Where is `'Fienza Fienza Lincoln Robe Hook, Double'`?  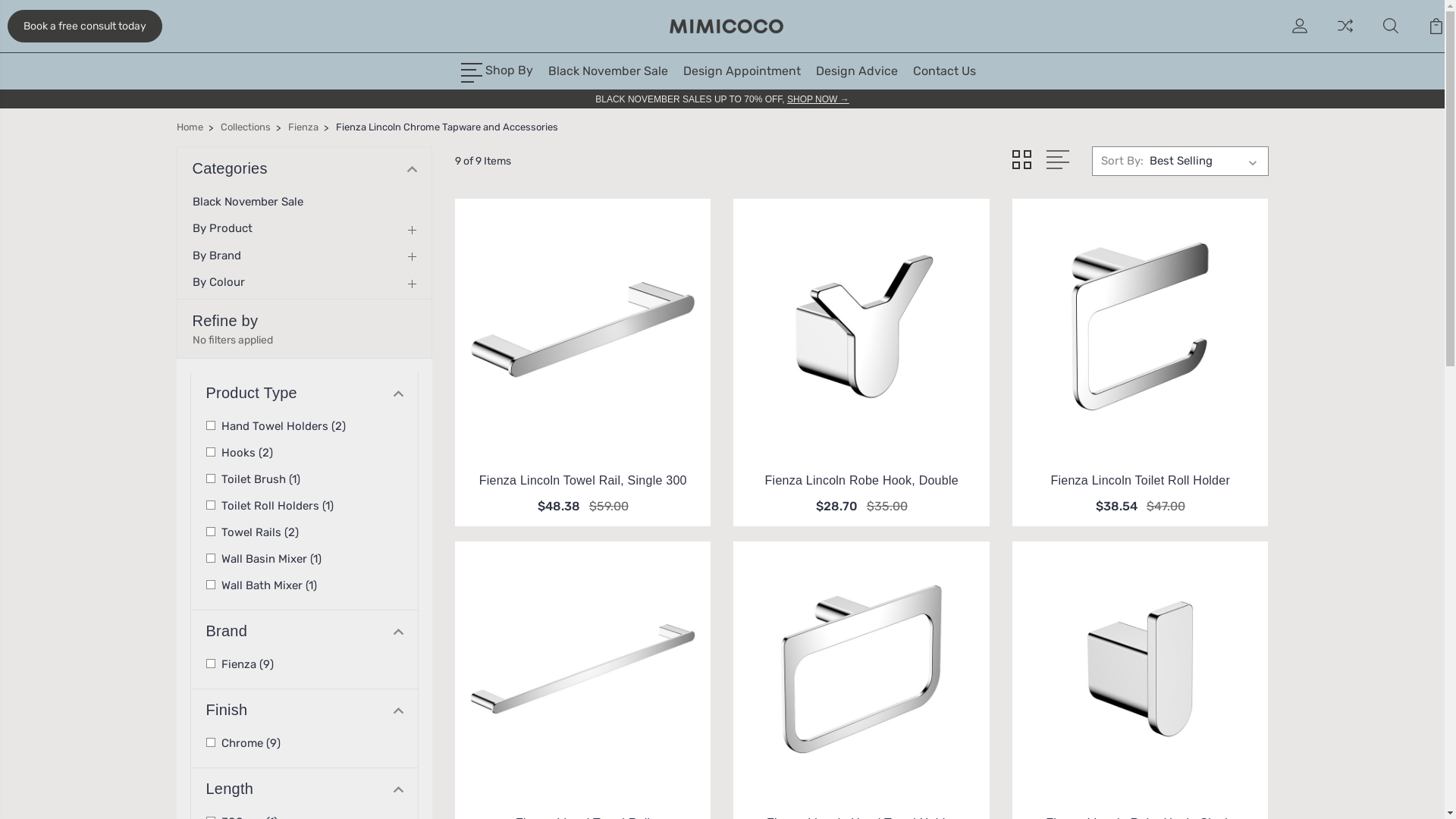 'Fienza Fienza Lincoln Robe Hook, Double' is located at coordinates (861, 325).